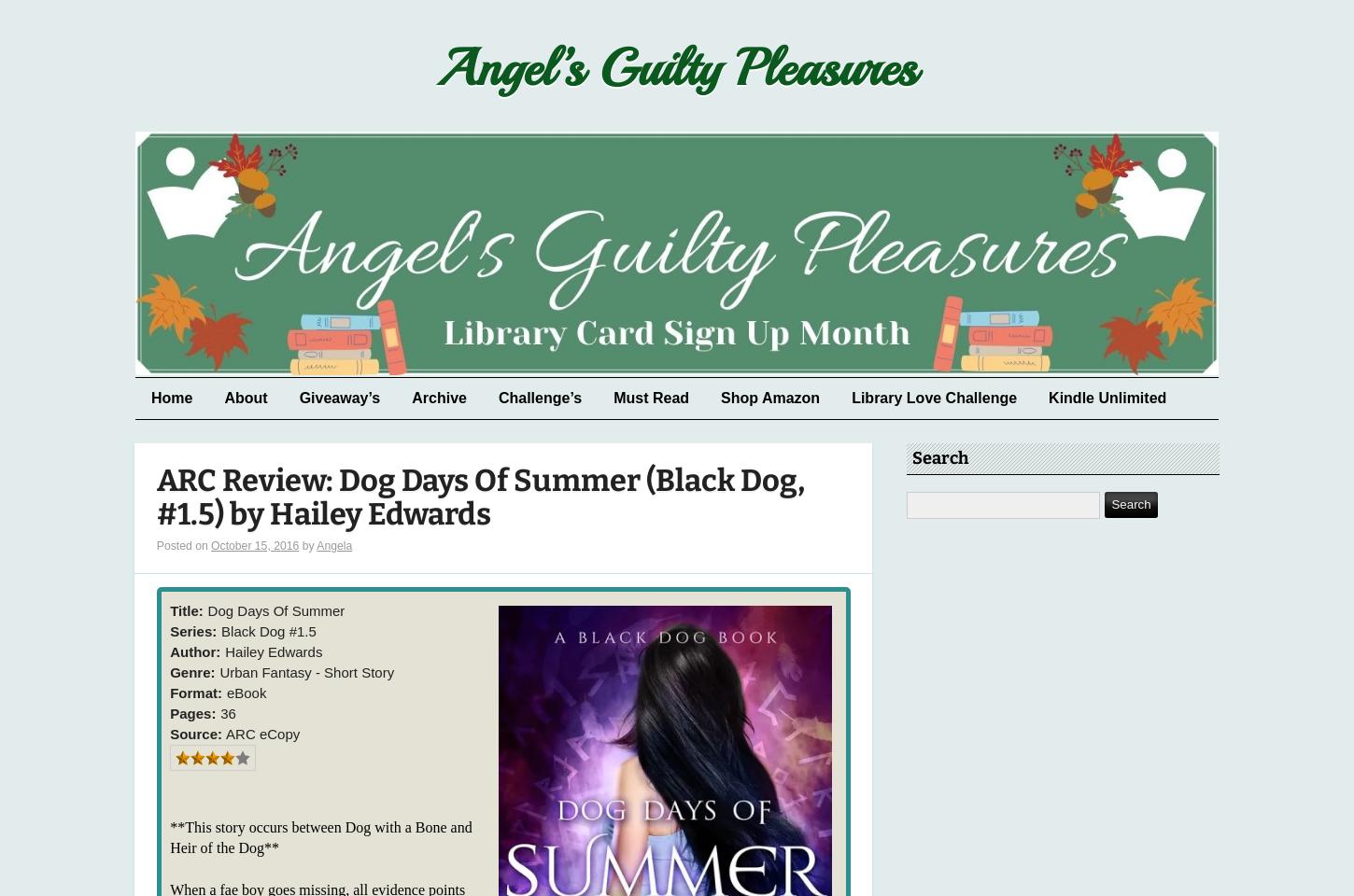 This screenshot has height=896, width=1354. What do you see at coordinates (268, 630) in the screenshot?
I see `'Black Dog #1.5'` at bounding box center [268, 630].